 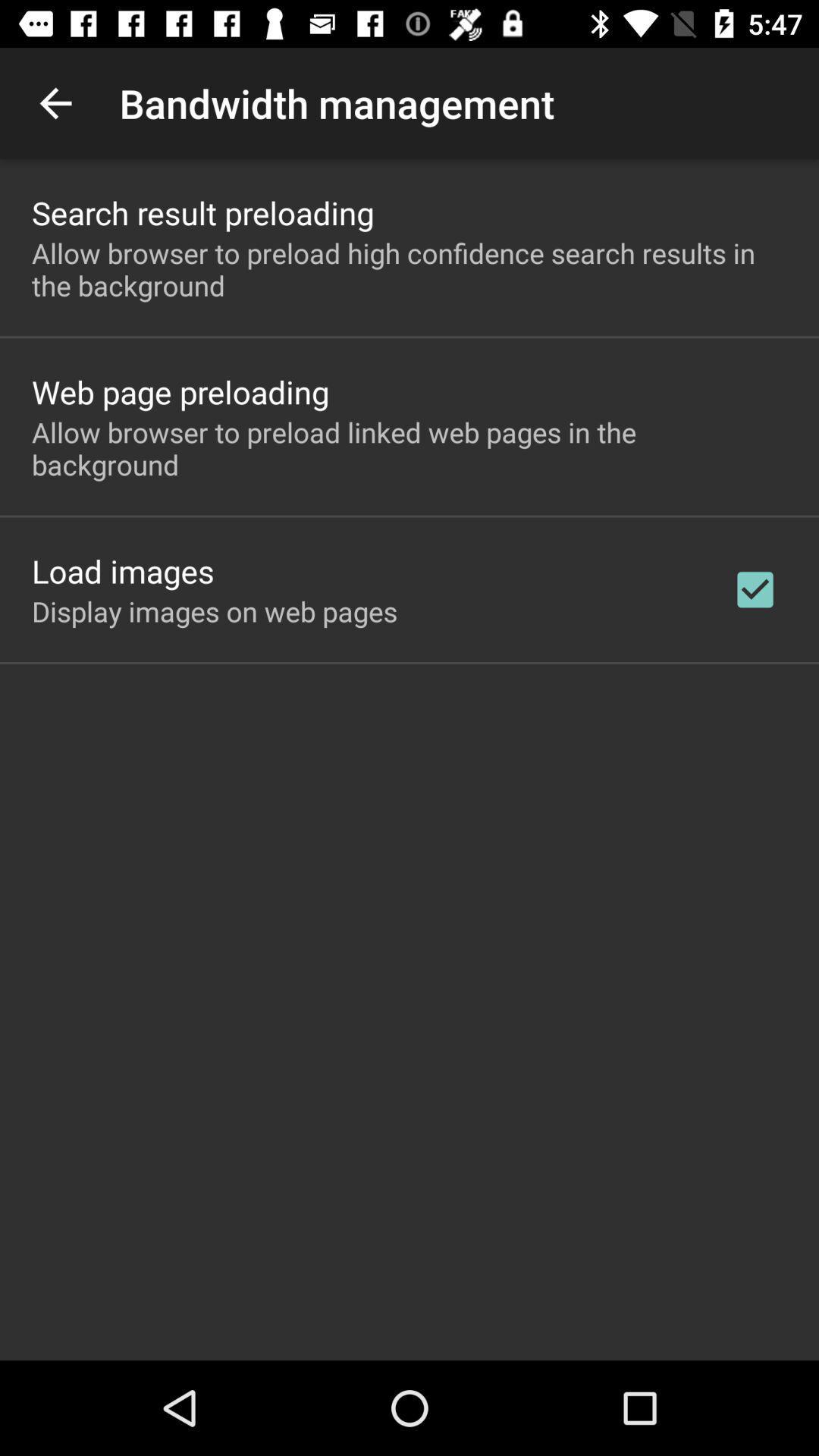 What do you see at coordinates (55, 102) in the screenshot?
I see `item next to bandwidth management` at bounding box center [55, 102].